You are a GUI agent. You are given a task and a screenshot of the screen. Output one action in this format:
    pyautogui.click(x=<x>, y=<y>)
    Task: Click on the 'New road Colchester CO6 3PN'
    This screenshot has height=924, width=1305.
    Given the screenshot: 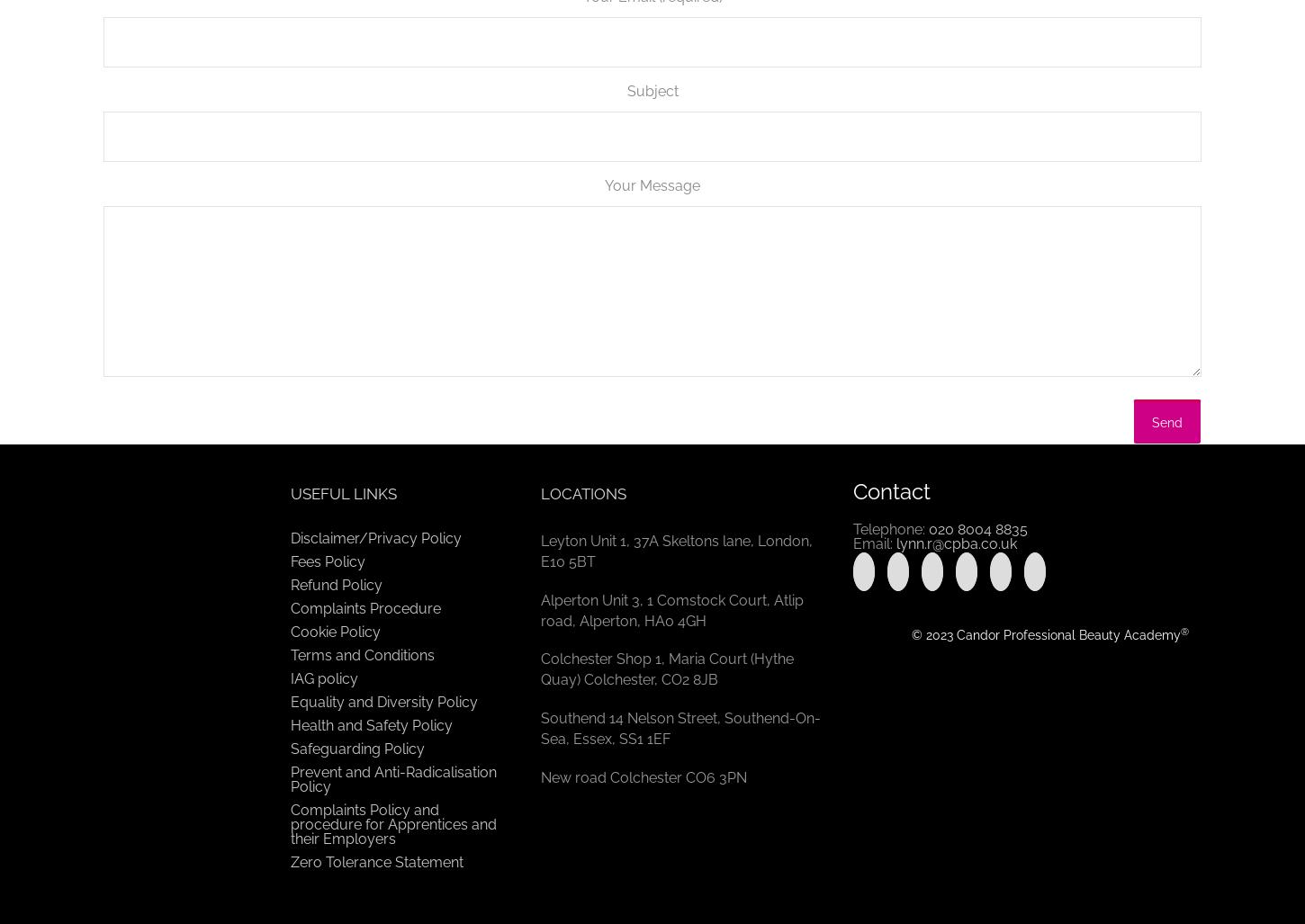 What is the action you would take?
    pyautogui.click(x=541, y=776)
    